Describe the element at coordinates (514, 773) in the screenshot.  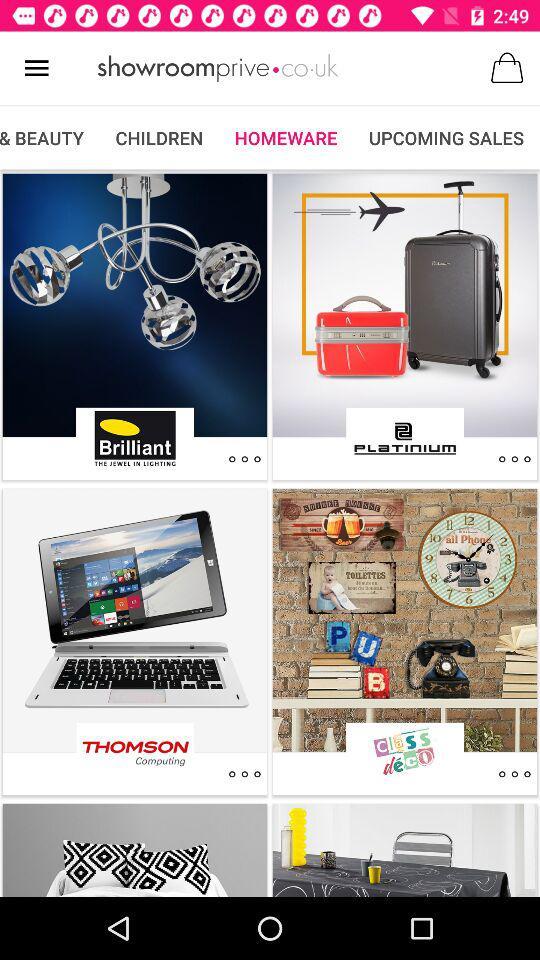
I see `display options` at that location.